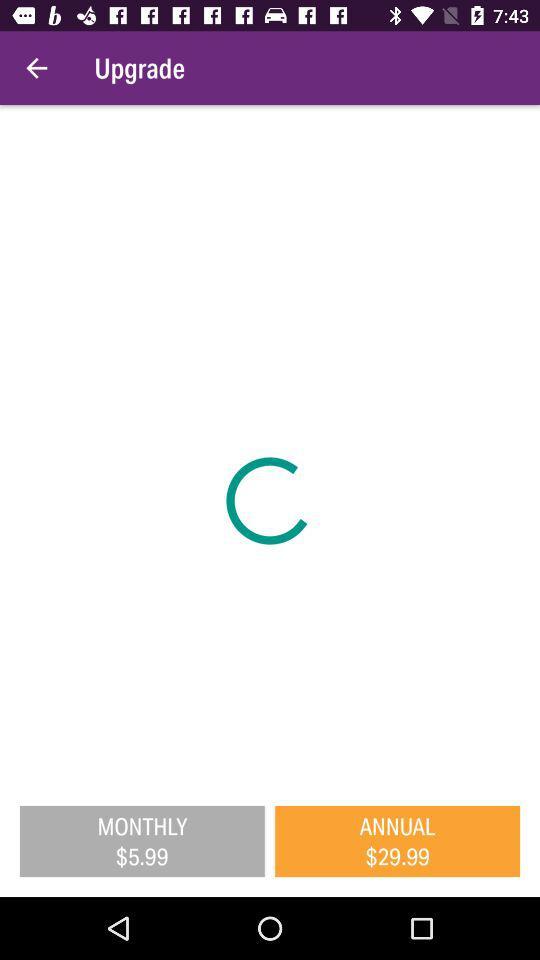 Image resolution: width=540 pixels, height=960 pixels. What do you see at coordinates (36, 68) in the screenshot?
I see `icon next to upgrade item` at bounding box center [36, 68].